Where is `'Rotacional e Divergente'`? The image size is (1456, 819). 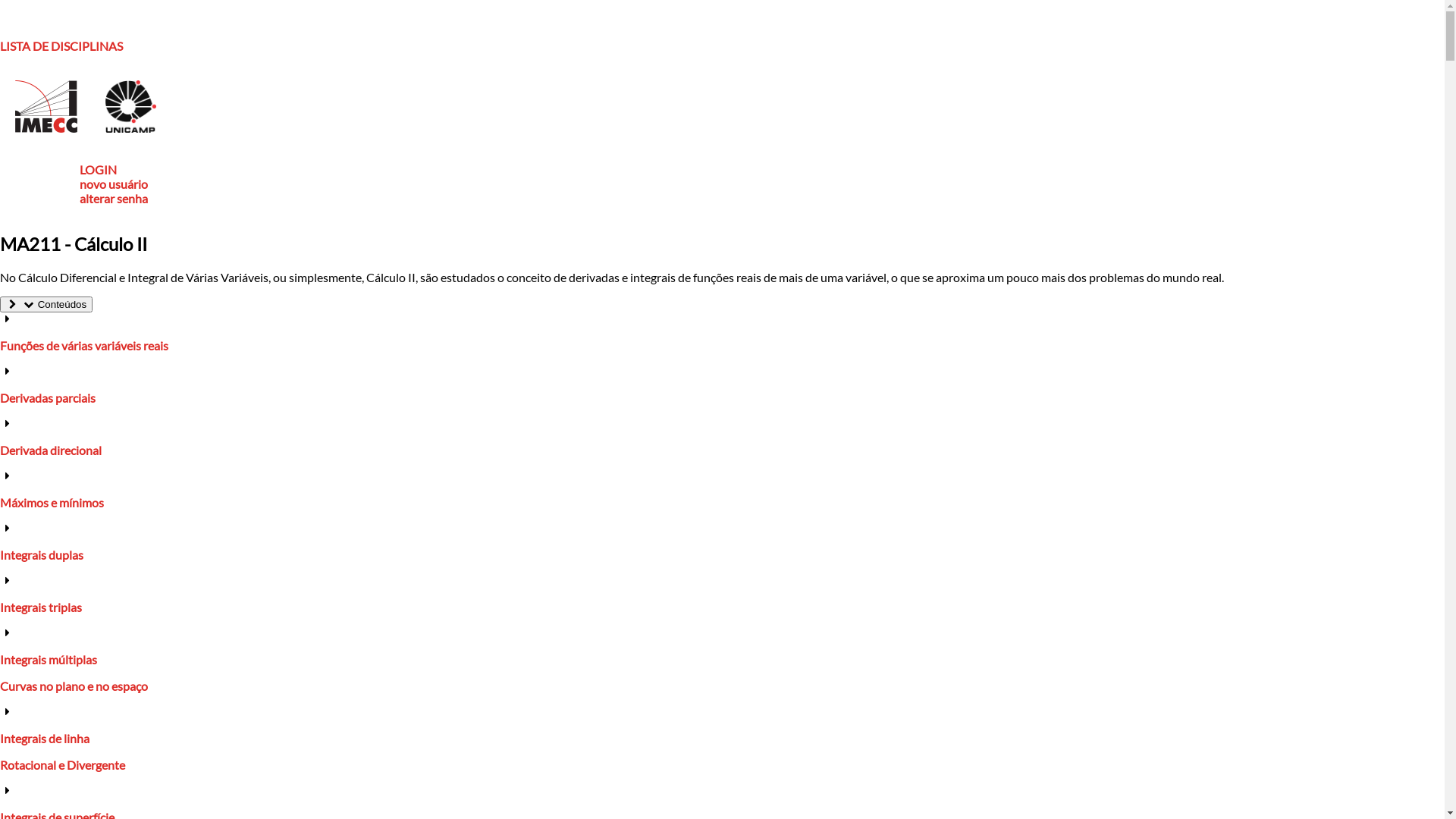 'Rotacional e Divergente' is located at coordinates (61, 764).